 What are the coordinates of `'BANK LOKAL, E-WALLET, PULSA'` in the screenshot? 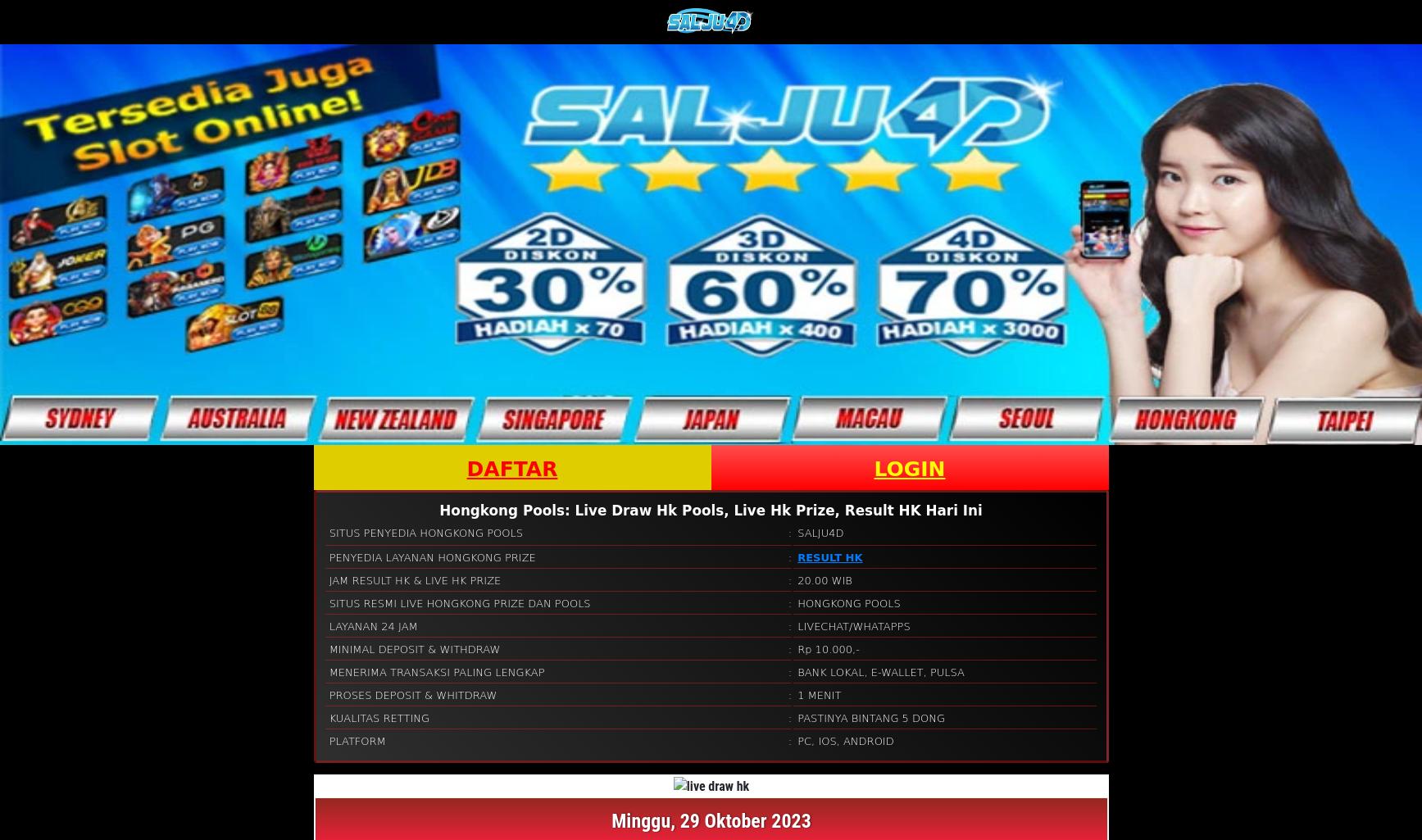 It's located at (880, 670).